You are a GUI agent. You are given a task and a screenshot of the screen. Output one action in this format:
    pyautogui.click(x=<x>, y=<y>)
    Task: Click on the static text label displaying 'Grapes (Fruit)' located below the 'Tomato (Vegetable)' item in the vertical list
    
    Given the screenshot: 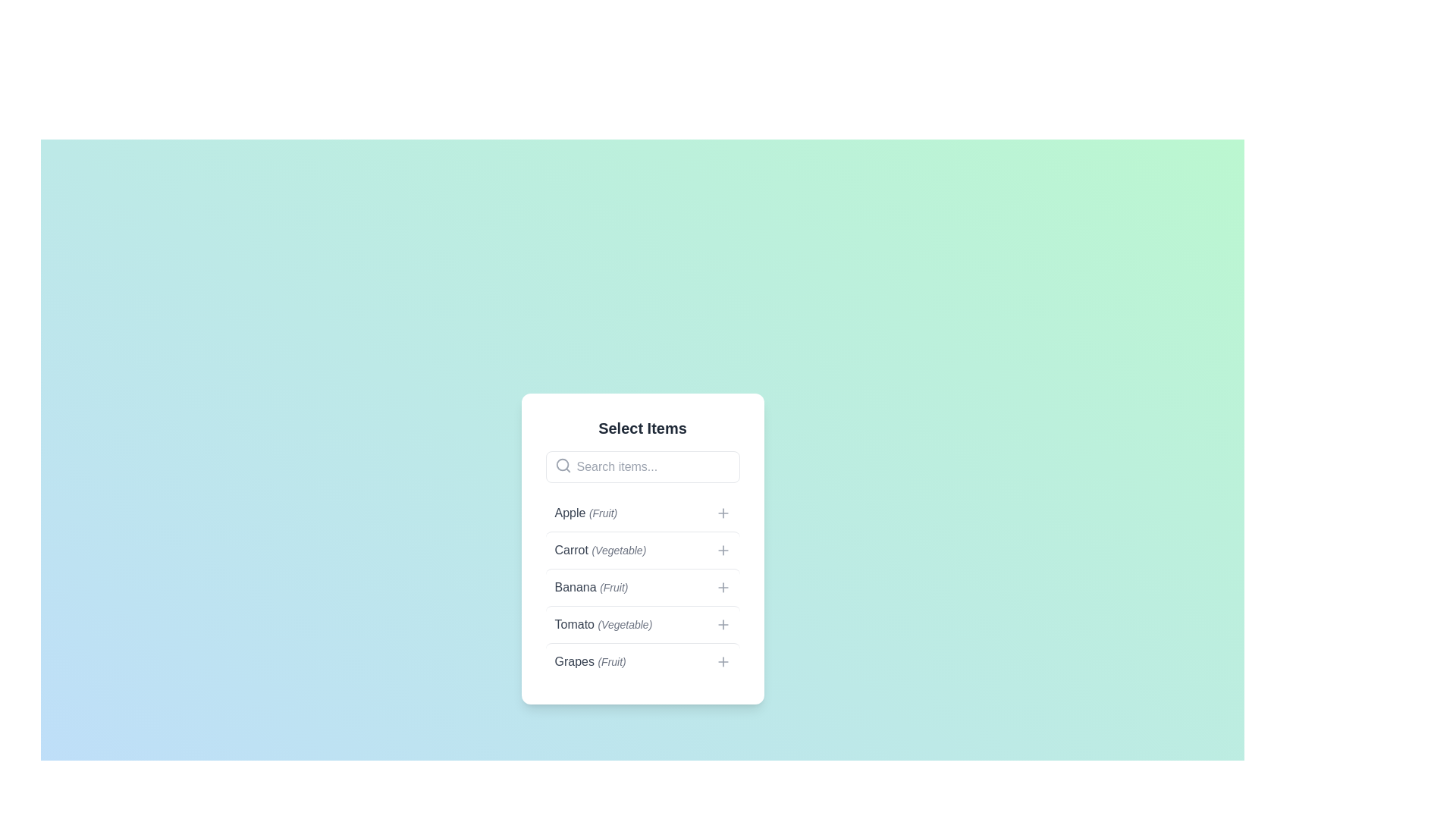 What is the action you would take?
    pyautogui.click(x=589, y=661)
    